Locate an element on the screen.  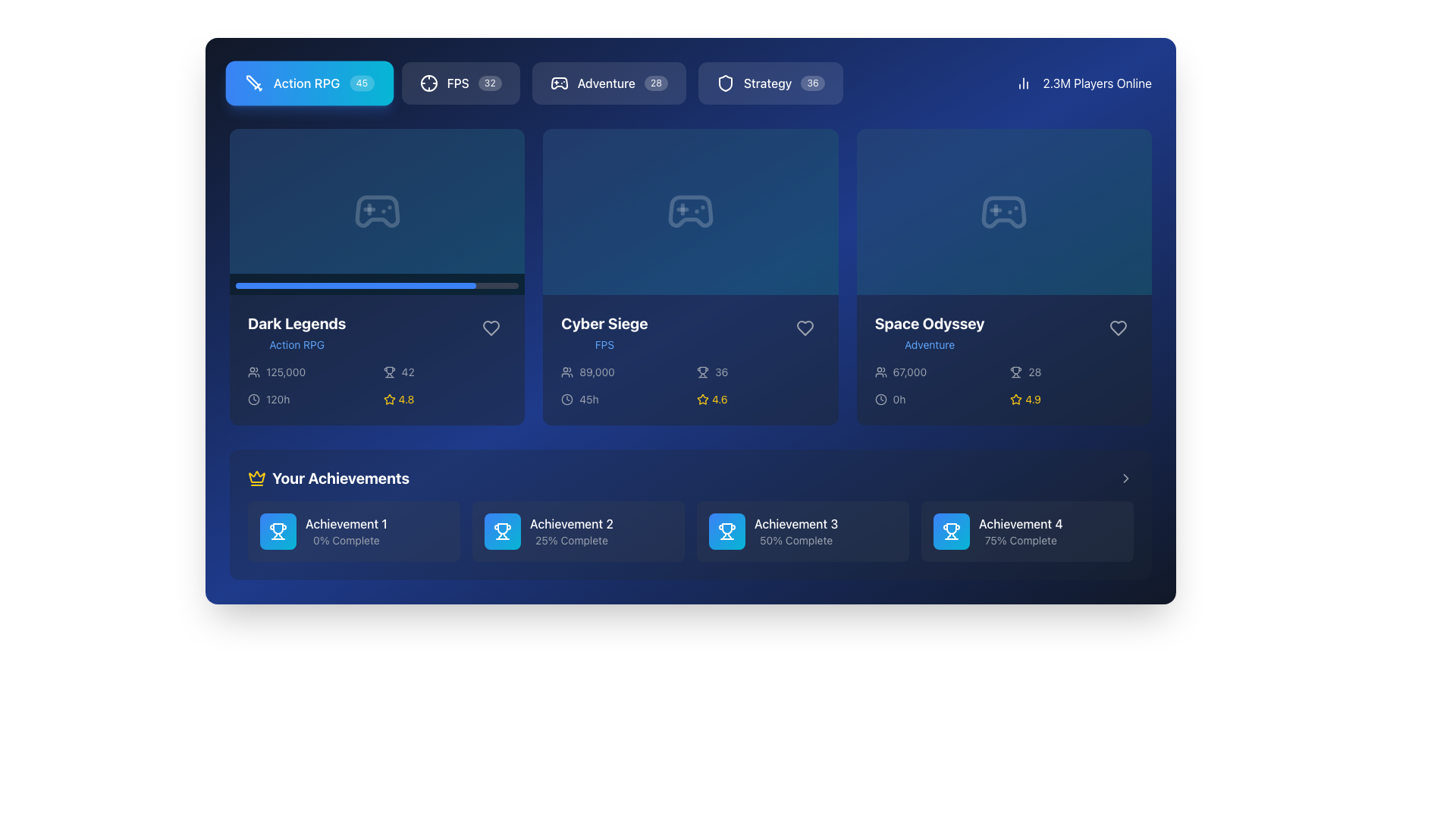
the Header Section displaying 'Your Achievements' with a crown icon by moving the cursor to its center point is located at coordinates (690, 479).